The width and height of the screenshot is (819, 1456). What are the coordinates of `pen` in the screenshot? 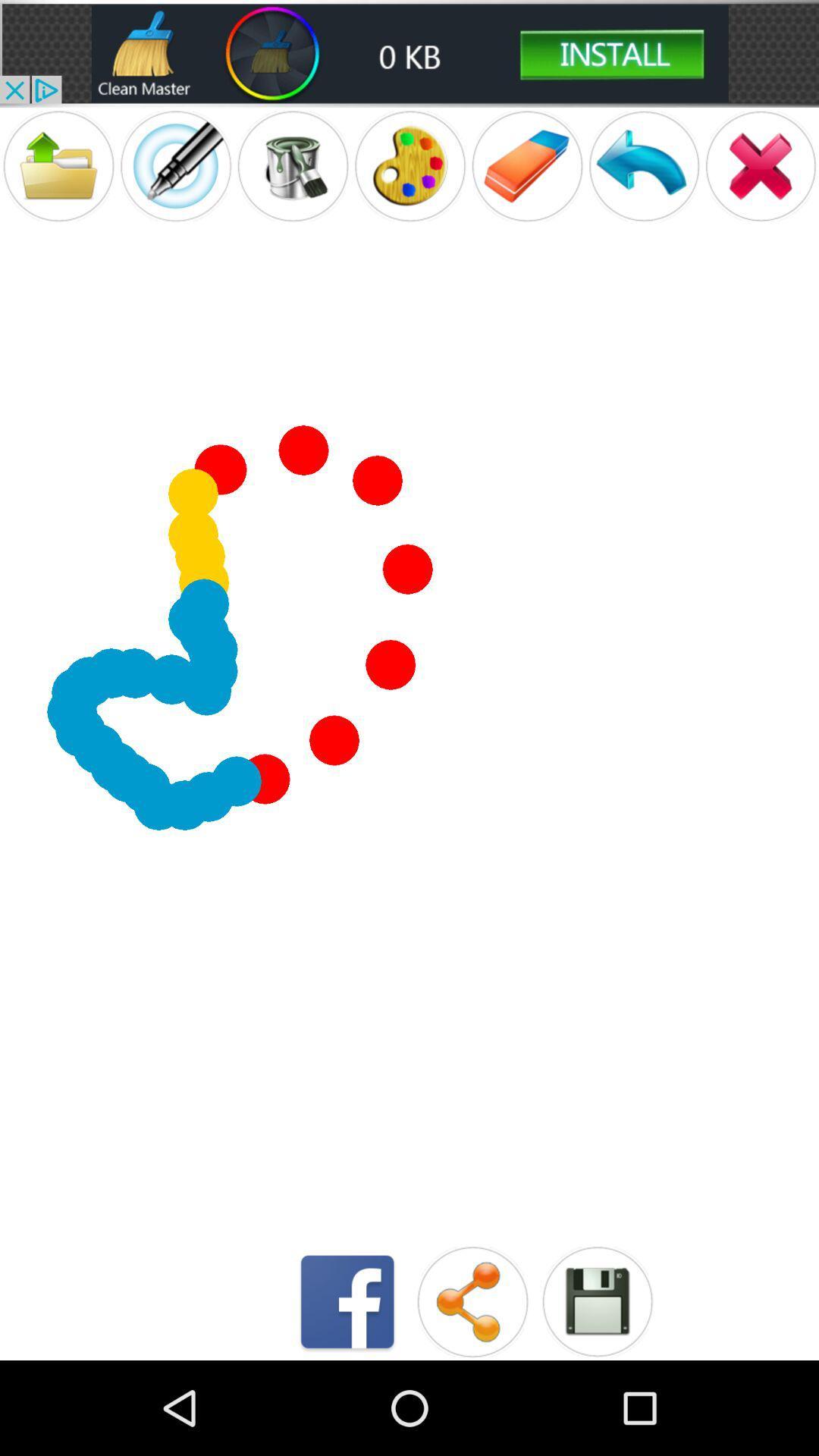 It's located at (174, 166).